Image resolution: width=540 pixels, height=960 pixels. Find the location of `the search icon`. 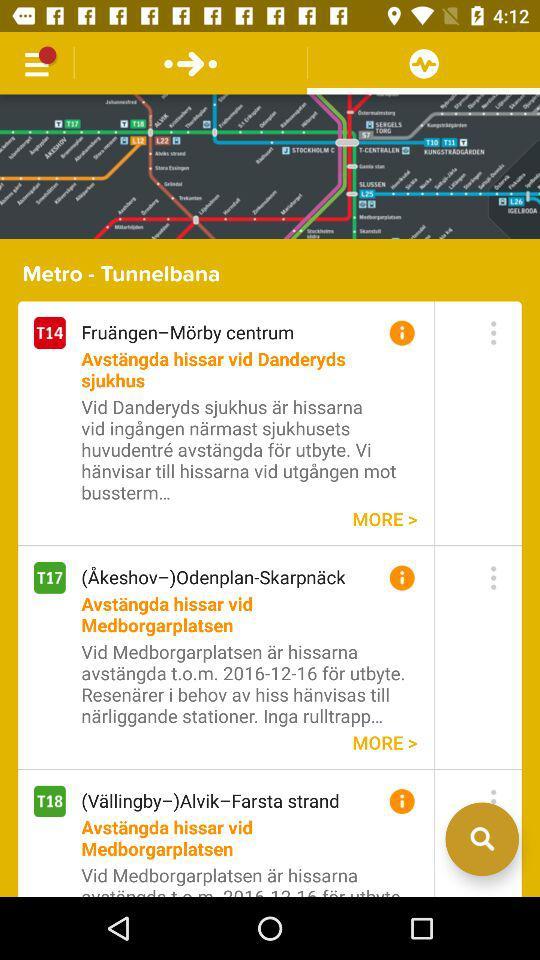

the search icon is located at coordinates (481, 897).